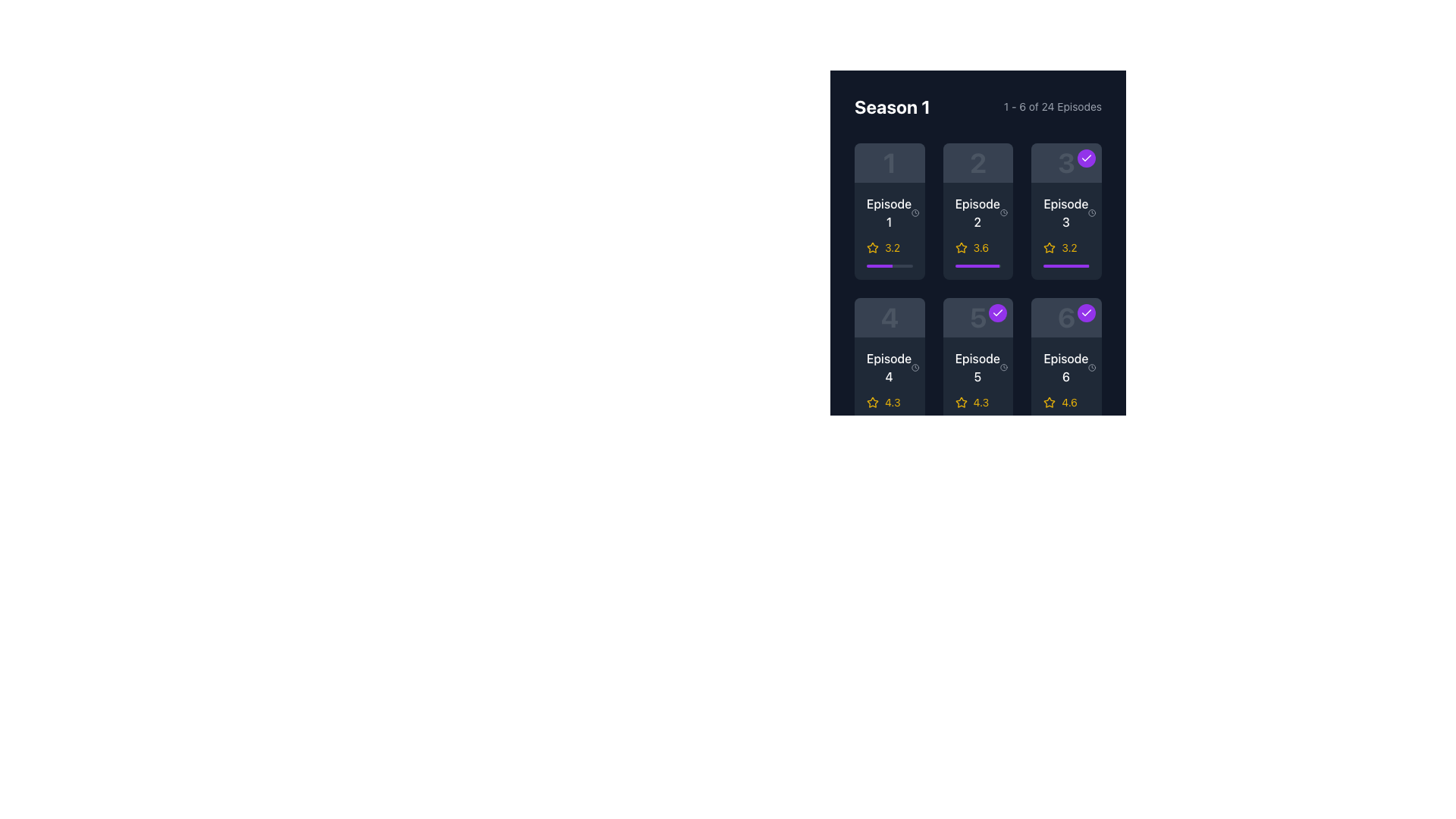  Describe the element at coordinates (1065, 247) in the screenshot. I see `the Rating indicator for Episode 3, which consists of a yellow outlined star icon and a numerical rating of '3.2' in yellow text beside it, positioned below the episode title and runtime` at that location.